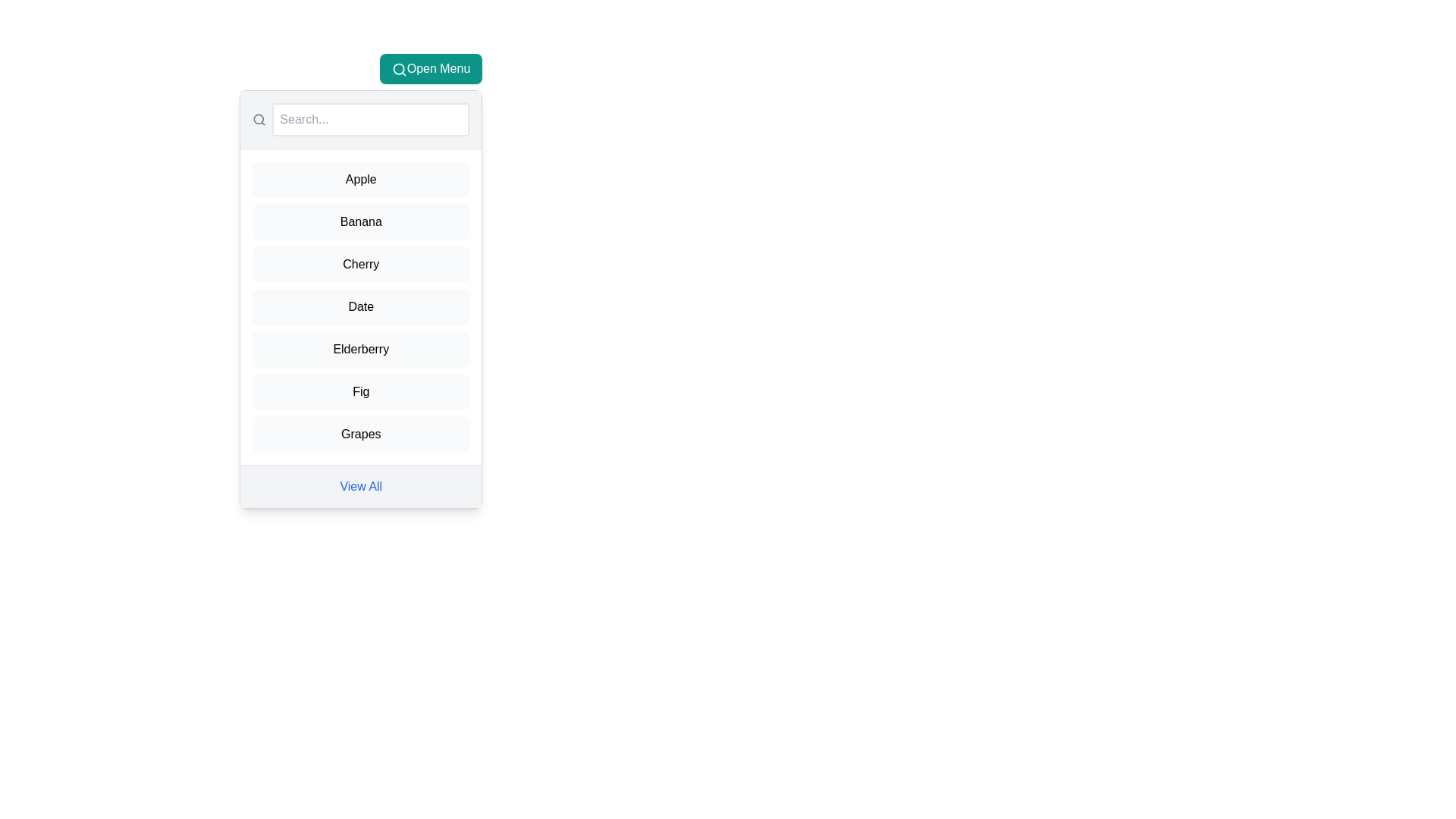  What do you see at coordinates (430, 69) in the screenshot?
I see `the toggle button at the top-right of the menu interface` at bounding box center [430, 69].